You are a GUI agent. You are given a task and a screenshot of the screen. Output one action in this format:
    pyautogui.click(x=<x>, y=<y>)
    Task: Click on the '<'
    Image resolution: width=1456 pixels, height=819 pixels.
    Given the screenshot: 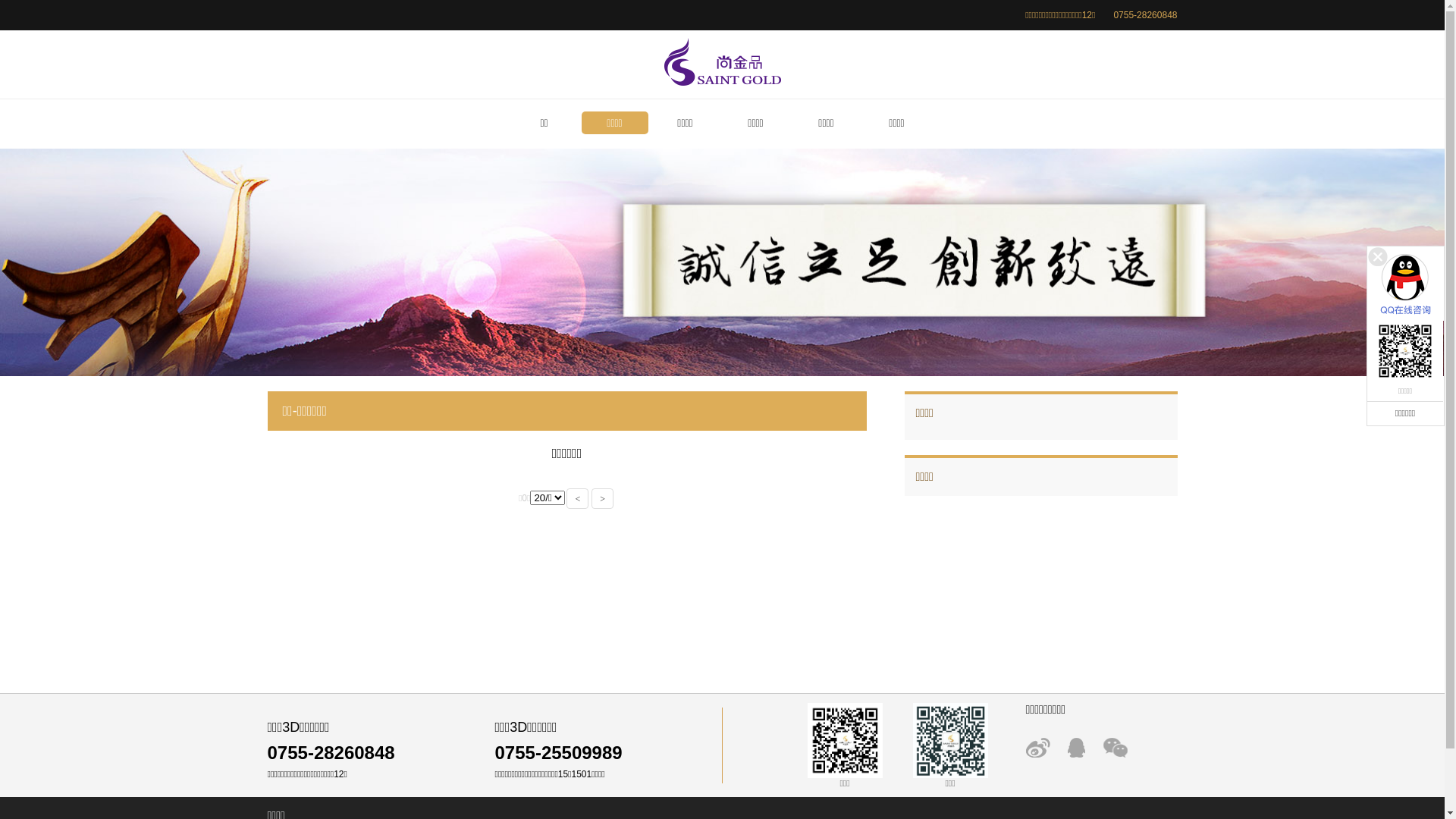 What is the action you would take?
    pyautogui.click(x=576, y=498)
    